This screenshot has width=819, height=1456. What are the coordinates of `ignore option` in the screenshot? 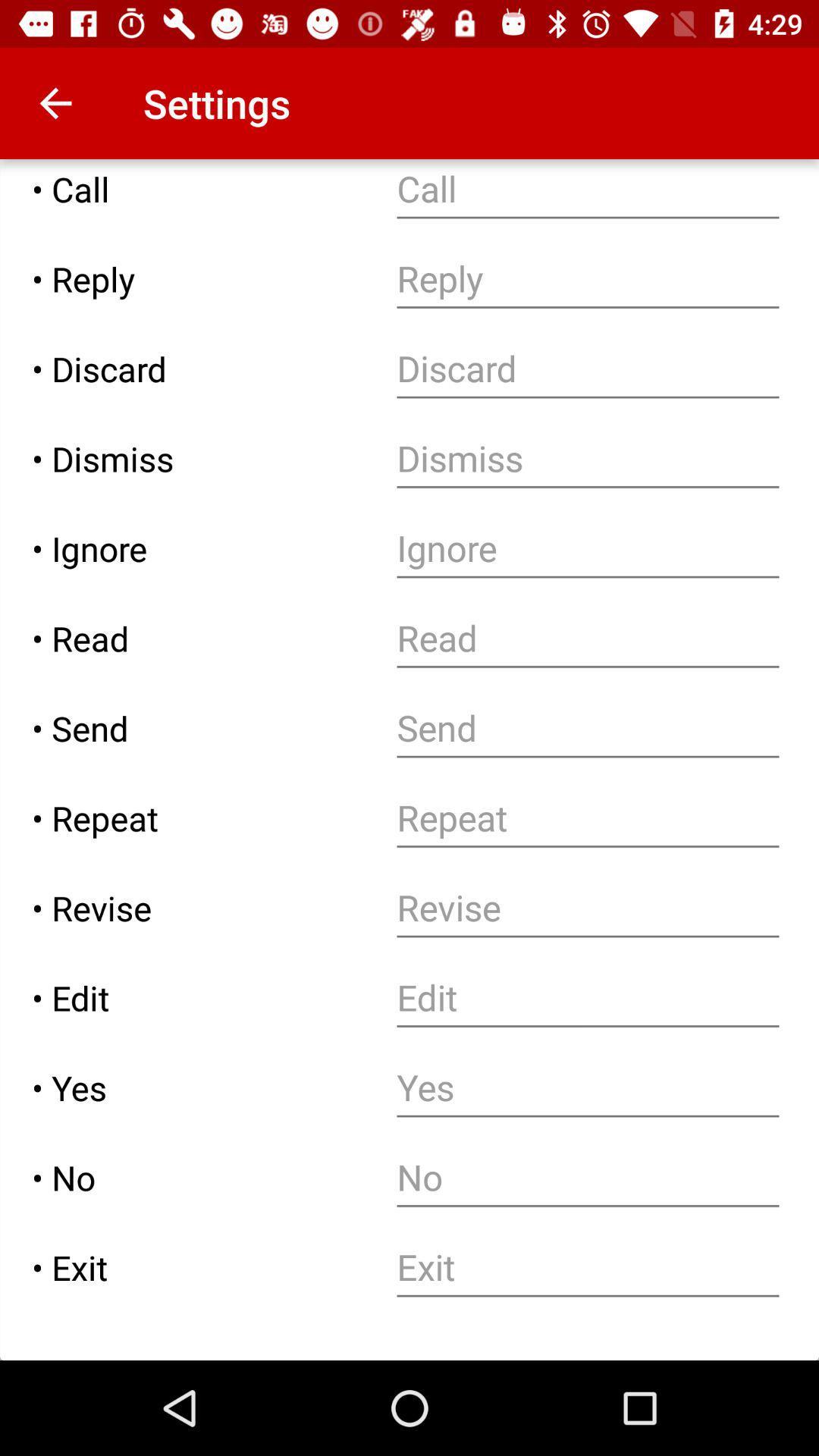 It's located at (587, 548).